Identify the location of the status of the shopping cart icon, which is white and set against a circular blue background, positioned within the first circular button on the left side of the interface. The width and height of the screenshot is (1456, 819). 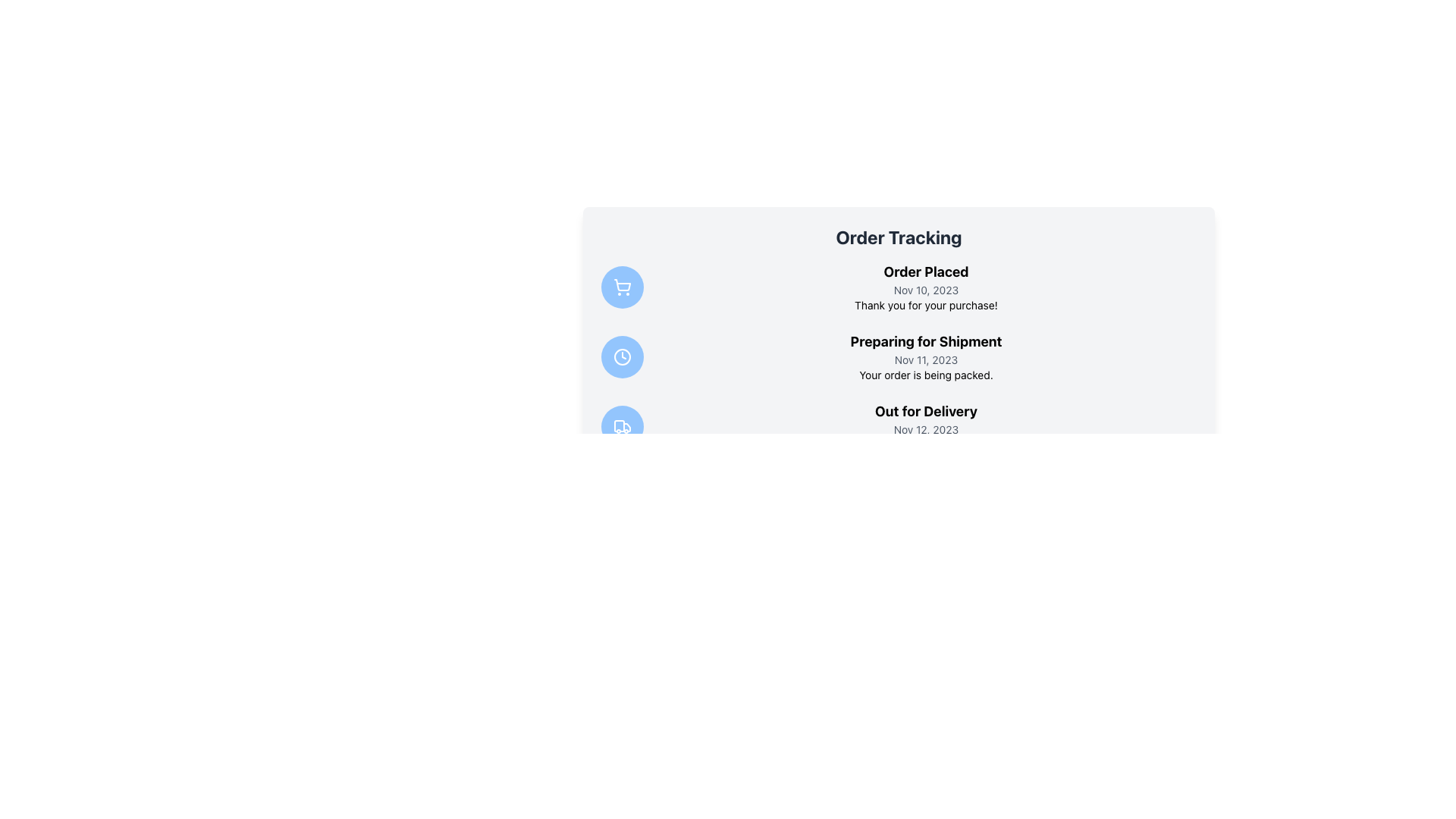
(622, 287).